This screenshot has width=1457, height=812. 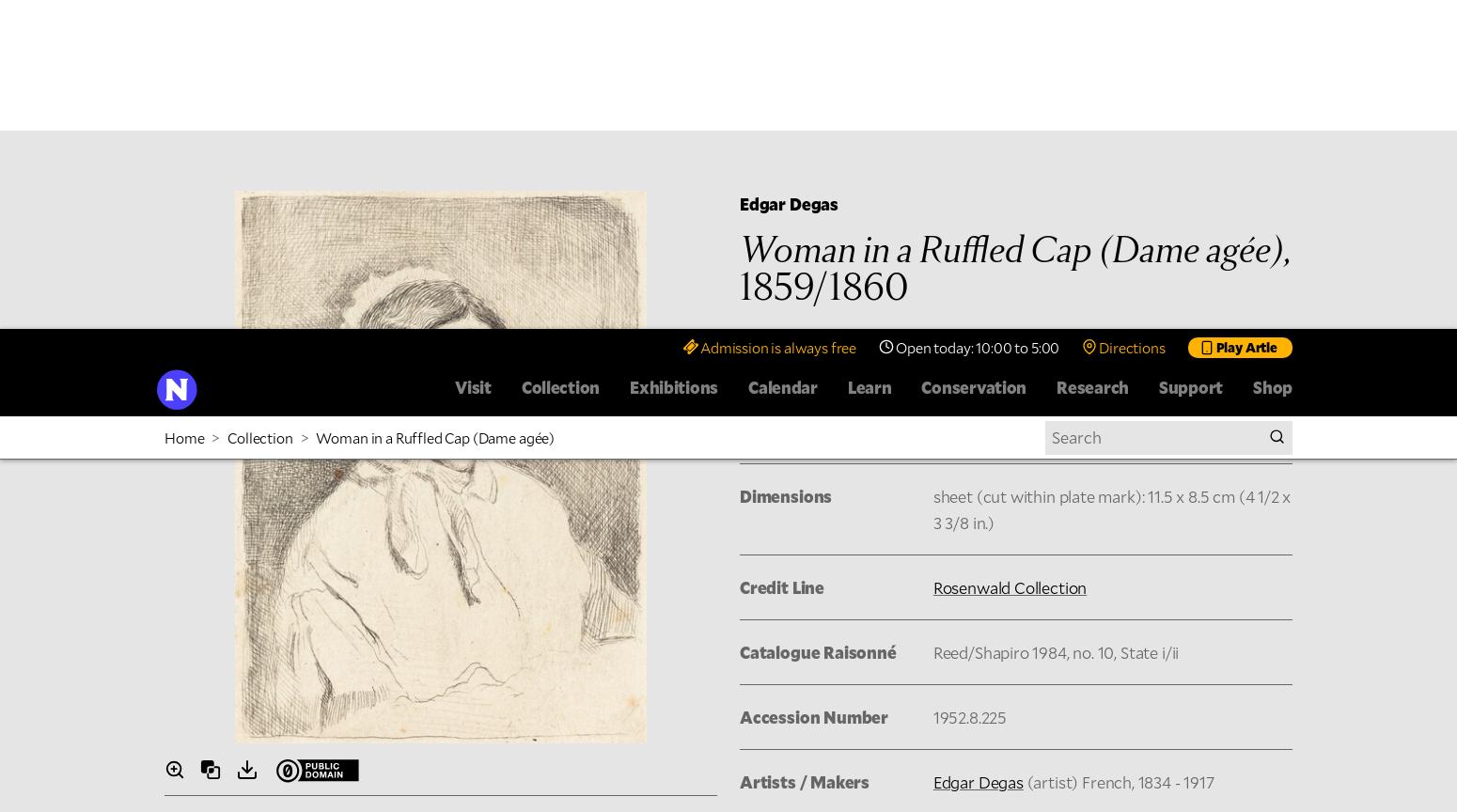 I want to click on 'Image Use', so click(x=779, y=304).